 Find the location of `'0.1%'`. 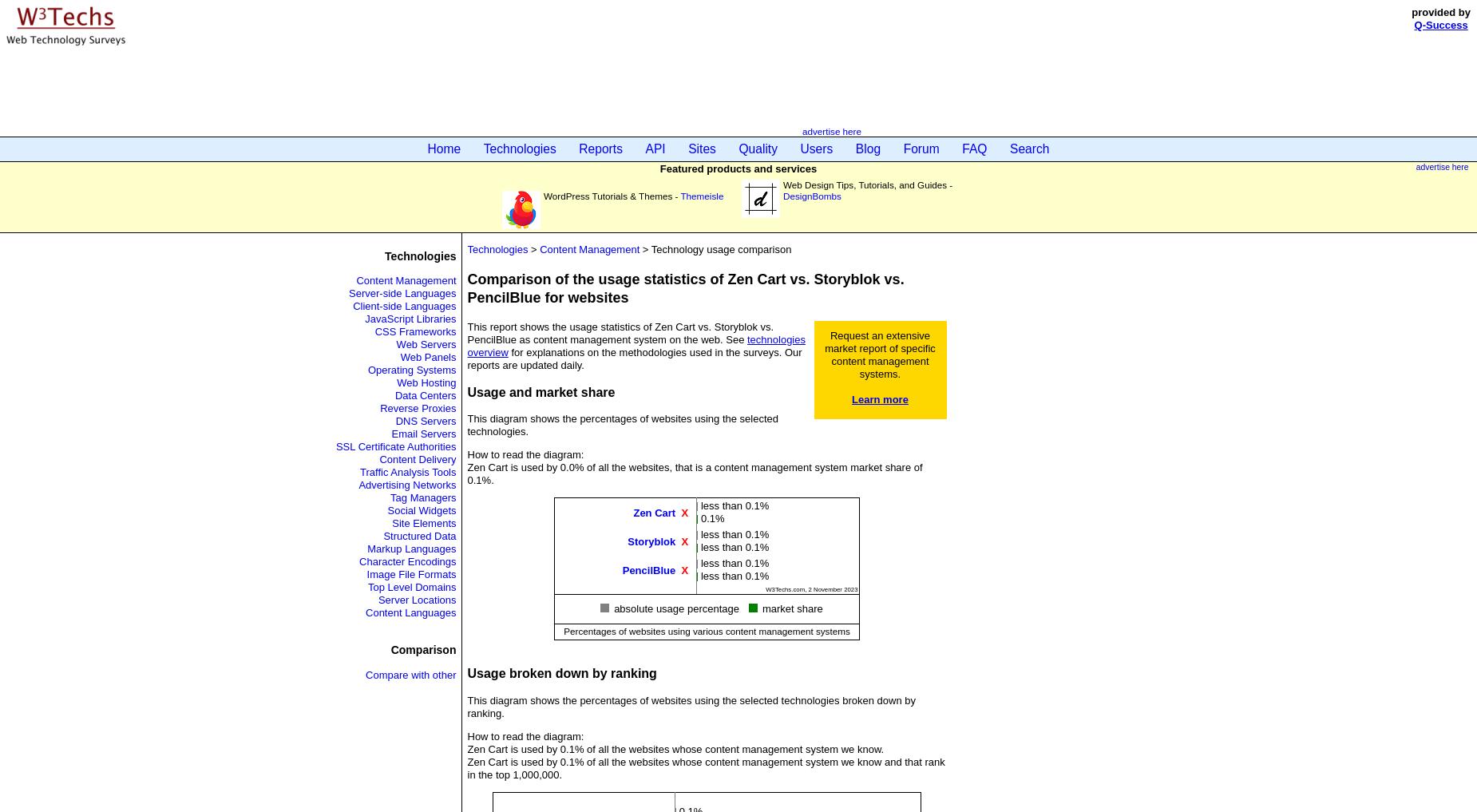

'0.1%' is located at coordinates (712, 518).